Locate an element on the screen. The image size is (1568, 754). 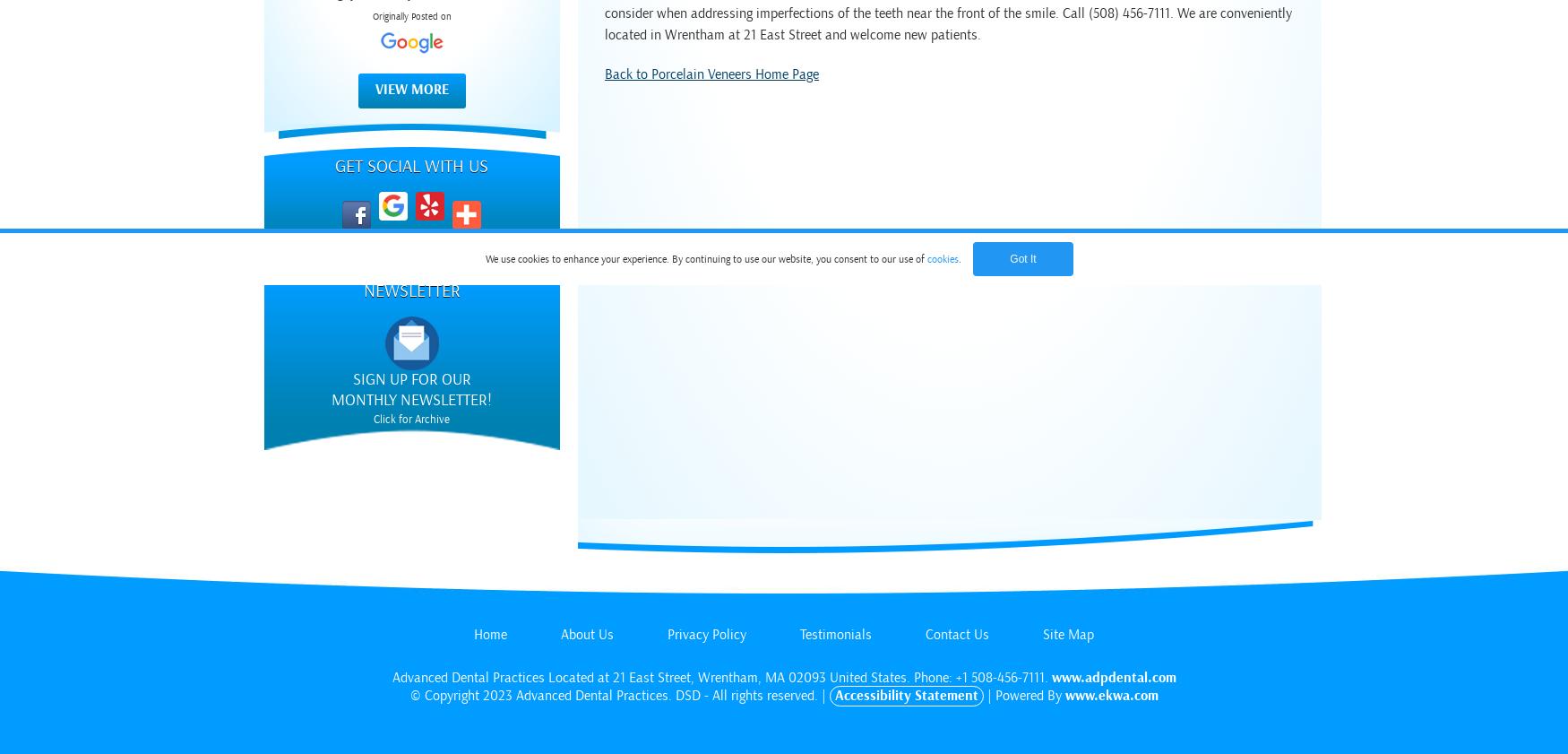
'Privacy Policy' is located at coordinates (706, 634).